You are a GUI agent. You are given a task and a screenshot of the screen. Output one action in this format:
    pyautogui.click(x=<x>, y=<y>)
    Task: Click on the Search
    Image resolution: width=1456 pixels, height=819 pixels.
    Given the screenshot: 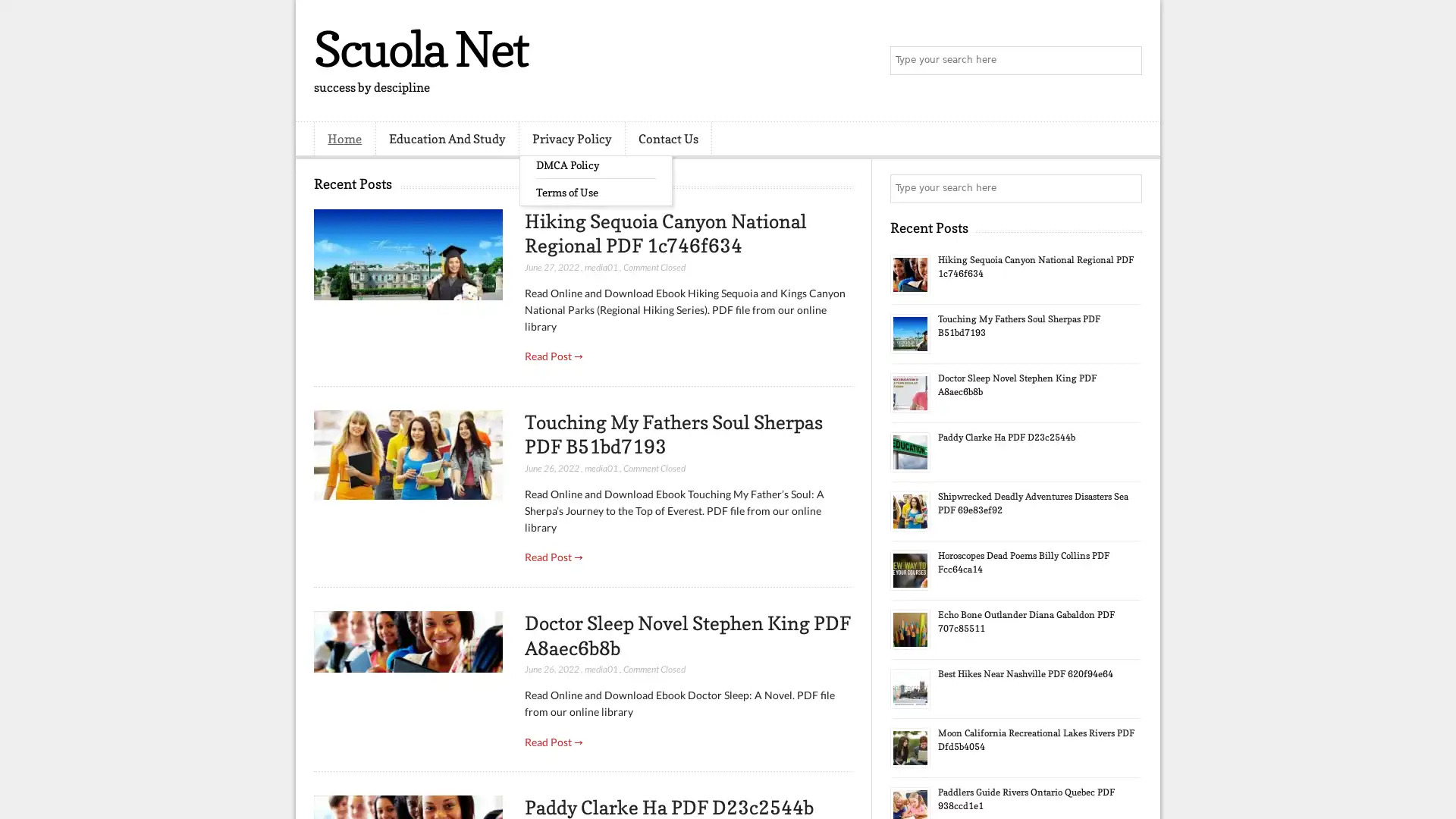 What is the action you would take?
    pyautogui.click(x=1126, y=188)
    